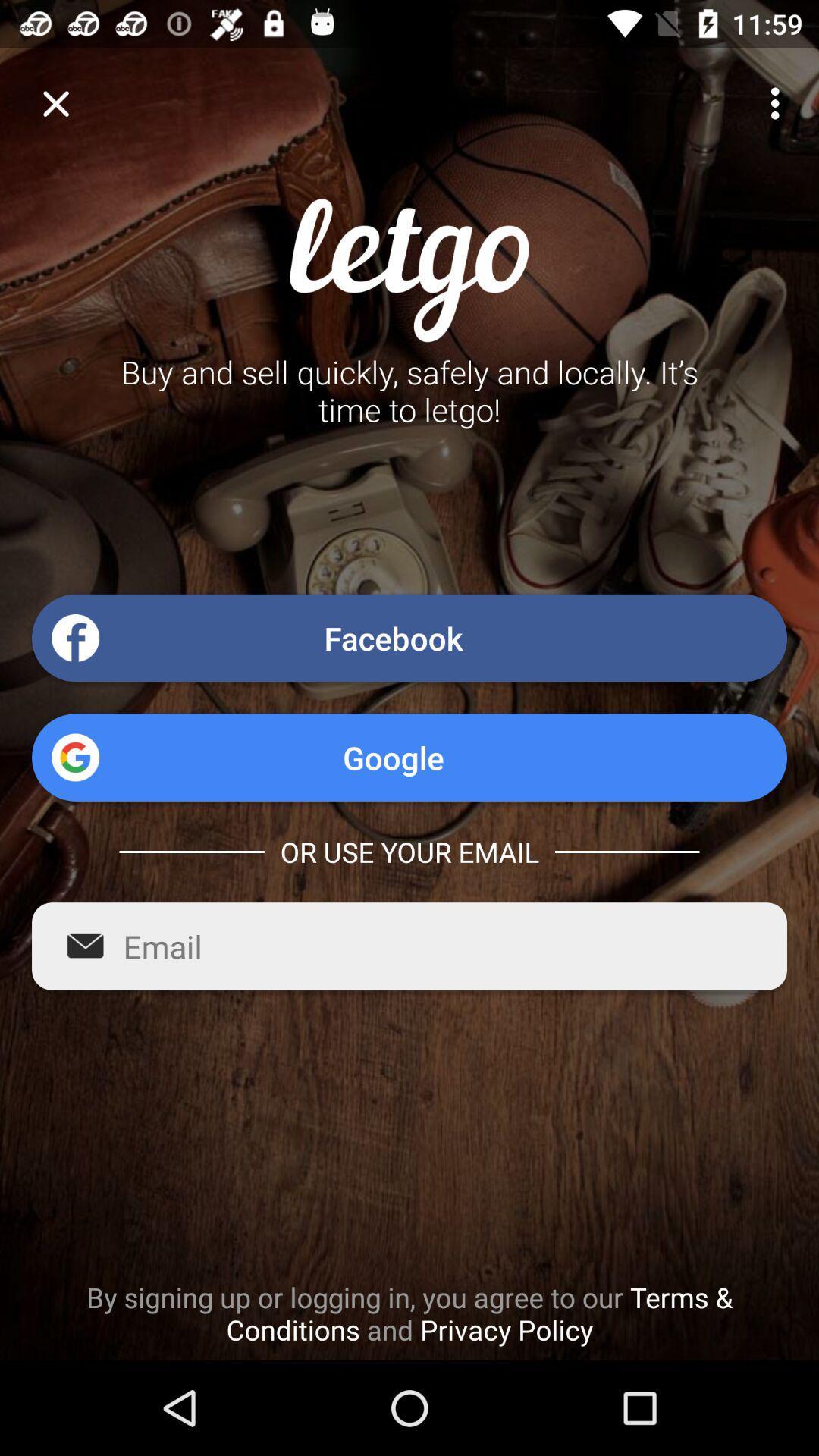 This screenshot has height=1456, width=819. I want to click on the item below the email, so click(409, 1313).